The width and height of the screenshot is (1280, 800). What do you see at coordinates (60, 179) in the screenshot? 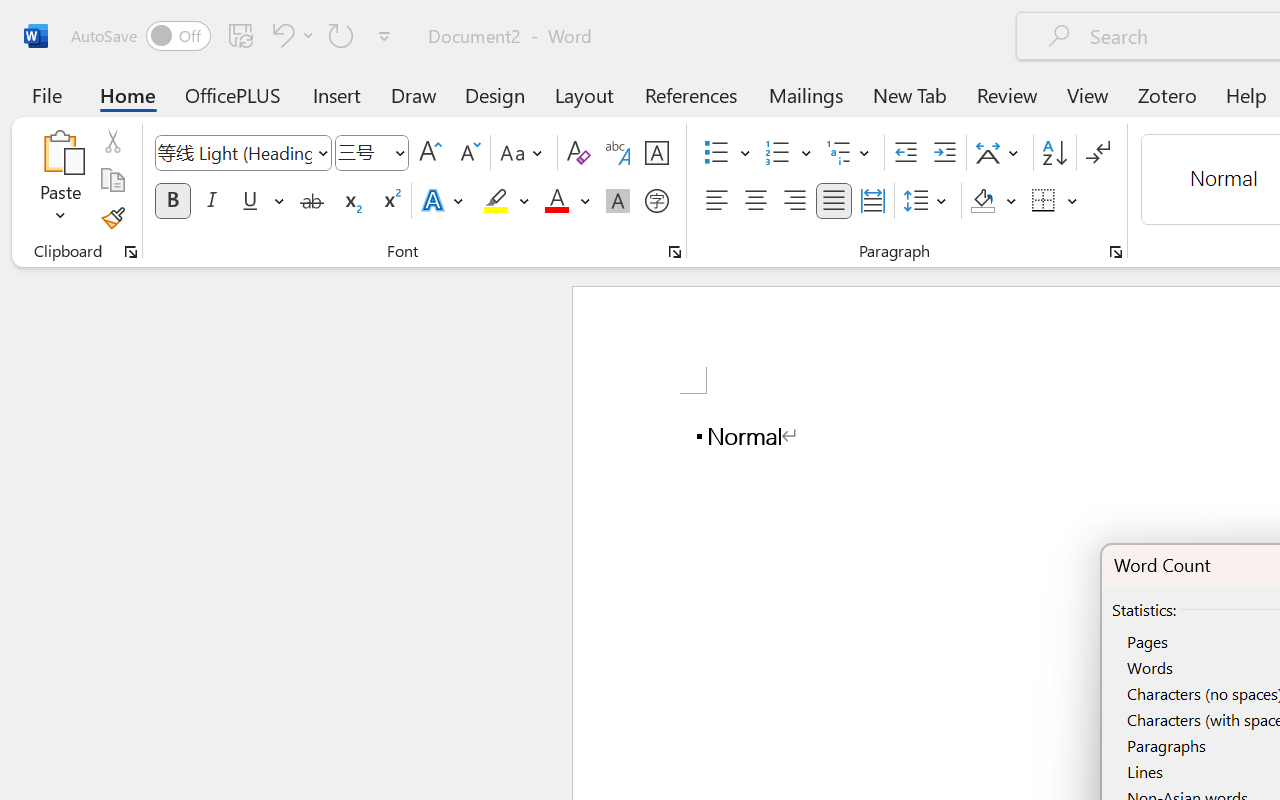
I see `'Paste'` at bounding box center [60, 179].